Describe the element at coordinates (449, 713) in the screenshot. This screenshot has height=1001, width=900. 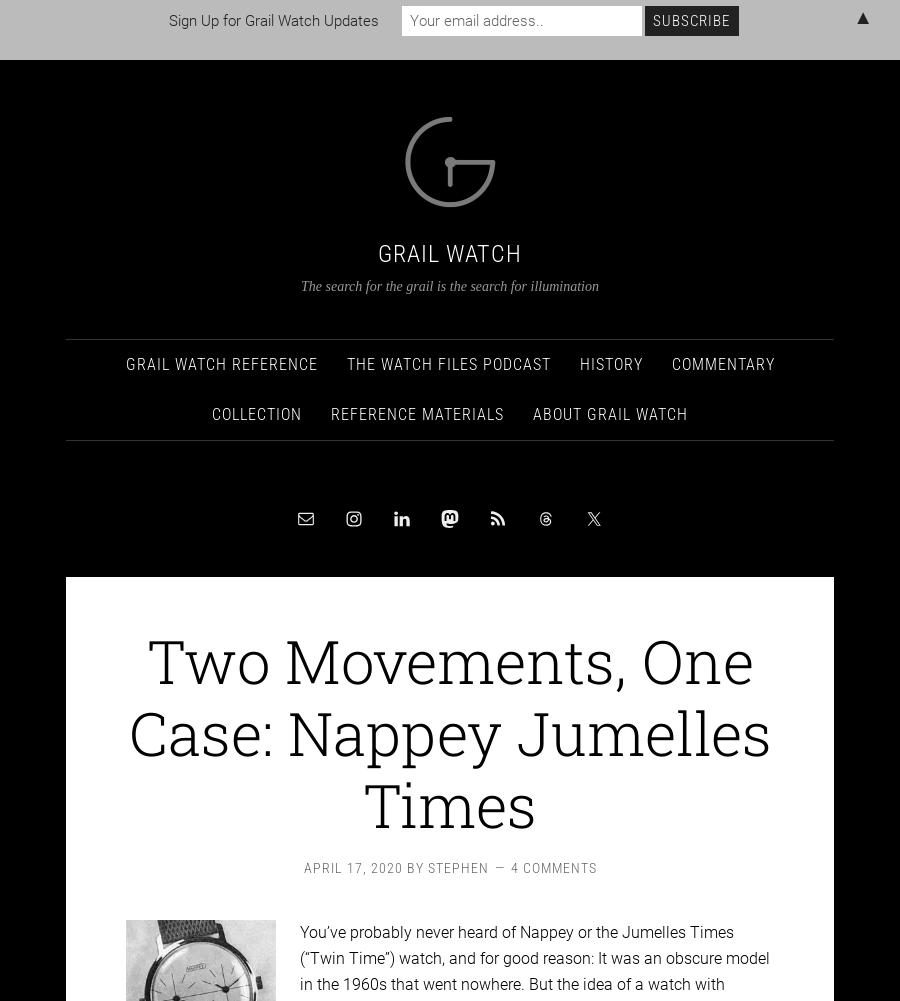
I see `'Two Movements, One Case: Nappey Jumelles Times'` at that location.